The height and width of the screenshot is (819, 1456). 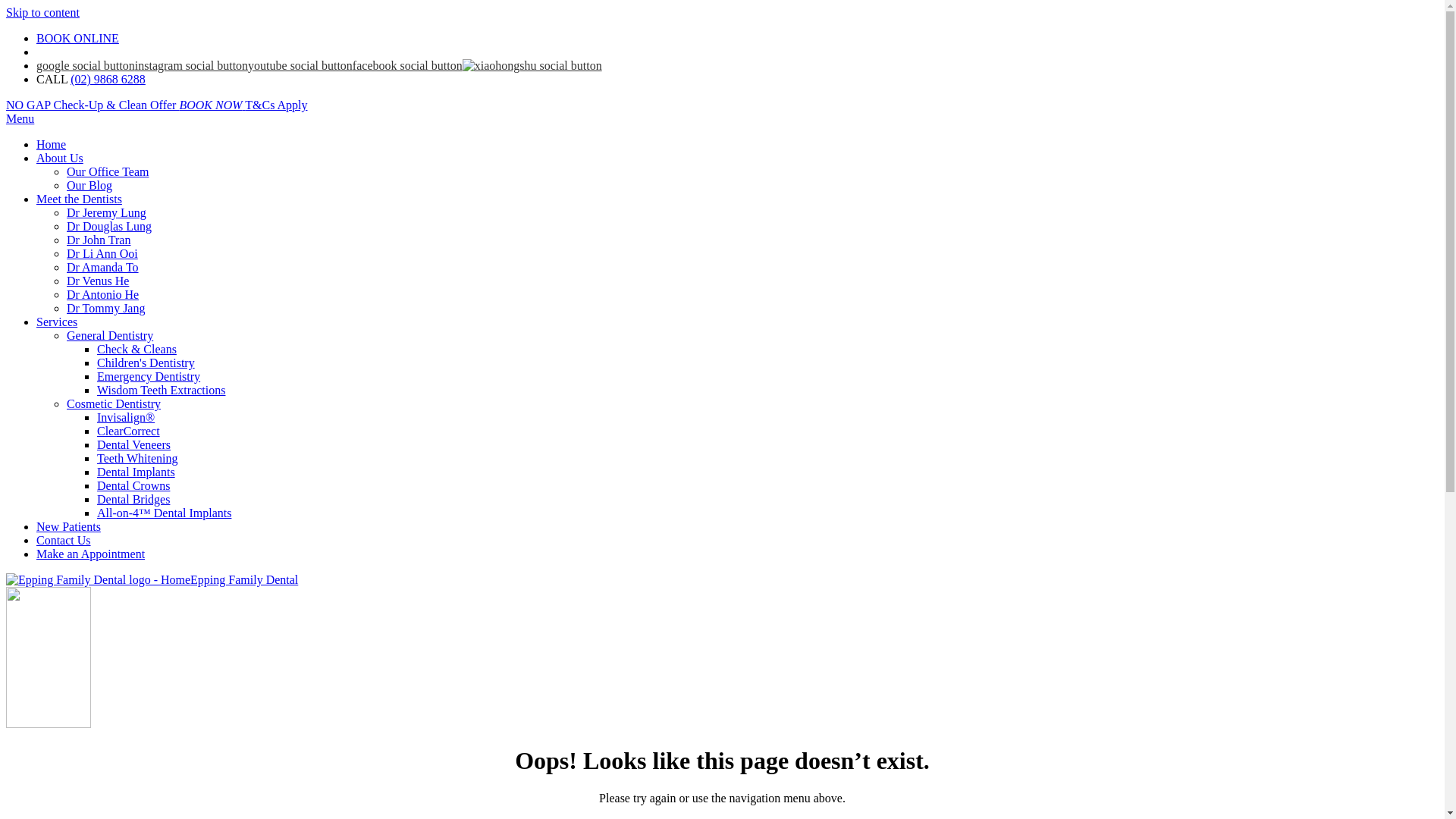 What do you see at coordinates (105, 212) in the screenshot?
I see `'Dr Jeremy Lung'` at bounding box center [105, 212].